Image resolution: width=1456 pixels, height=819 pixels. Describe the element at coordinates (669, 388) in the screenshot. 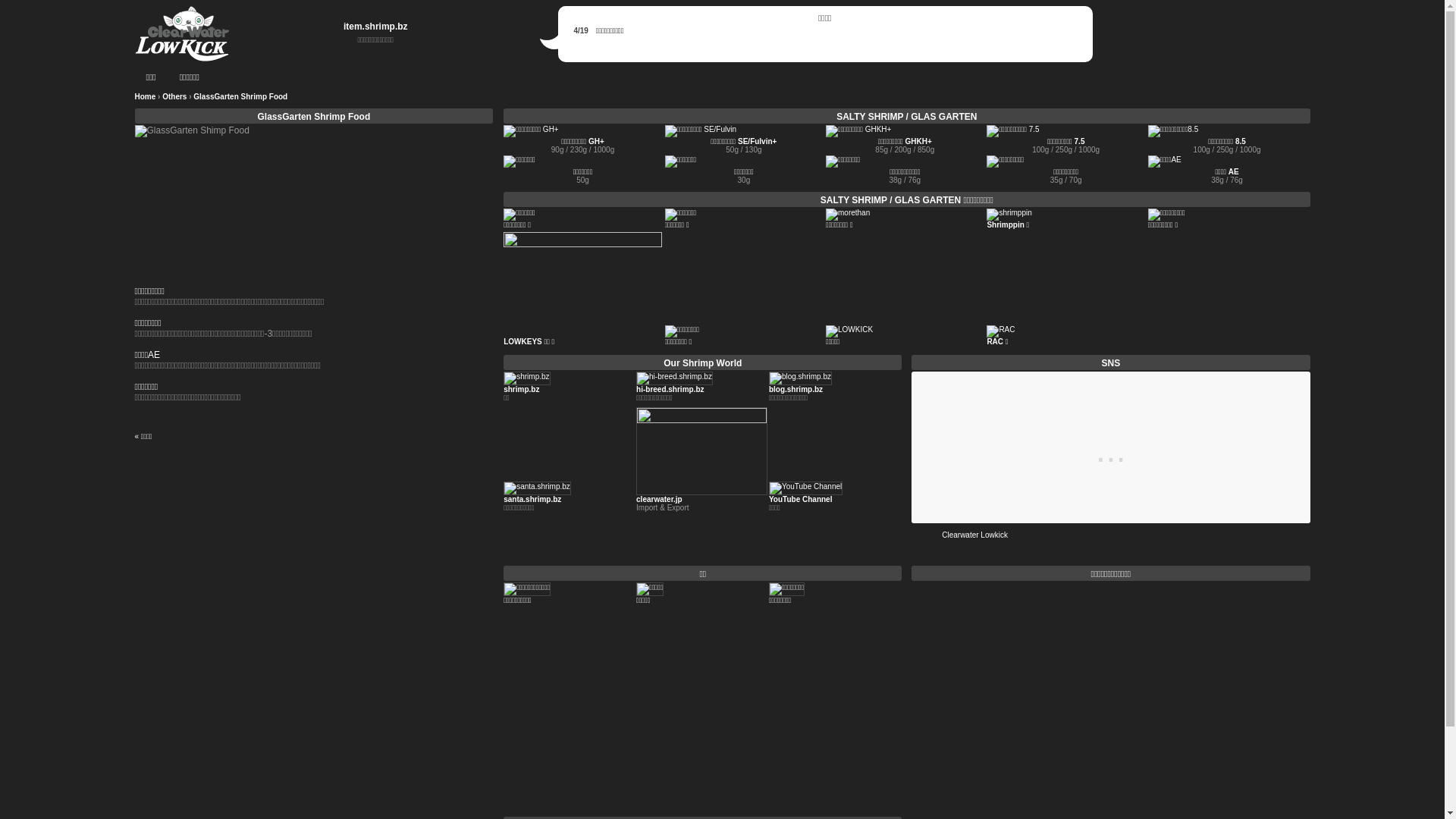

I see `'hi-breed.shrimp.bz'` at that location.